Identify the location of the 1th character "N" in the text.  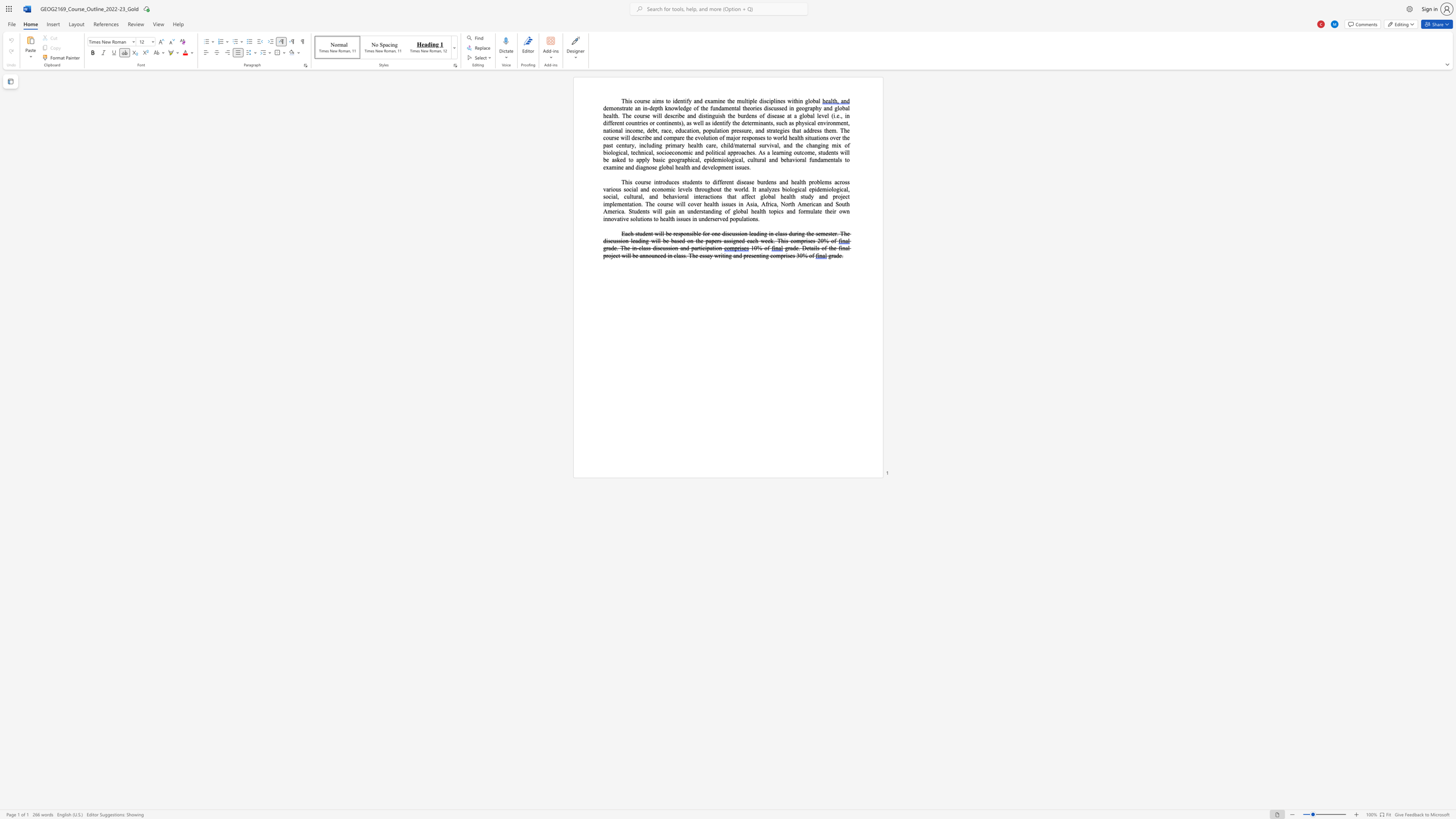
(782, 204).